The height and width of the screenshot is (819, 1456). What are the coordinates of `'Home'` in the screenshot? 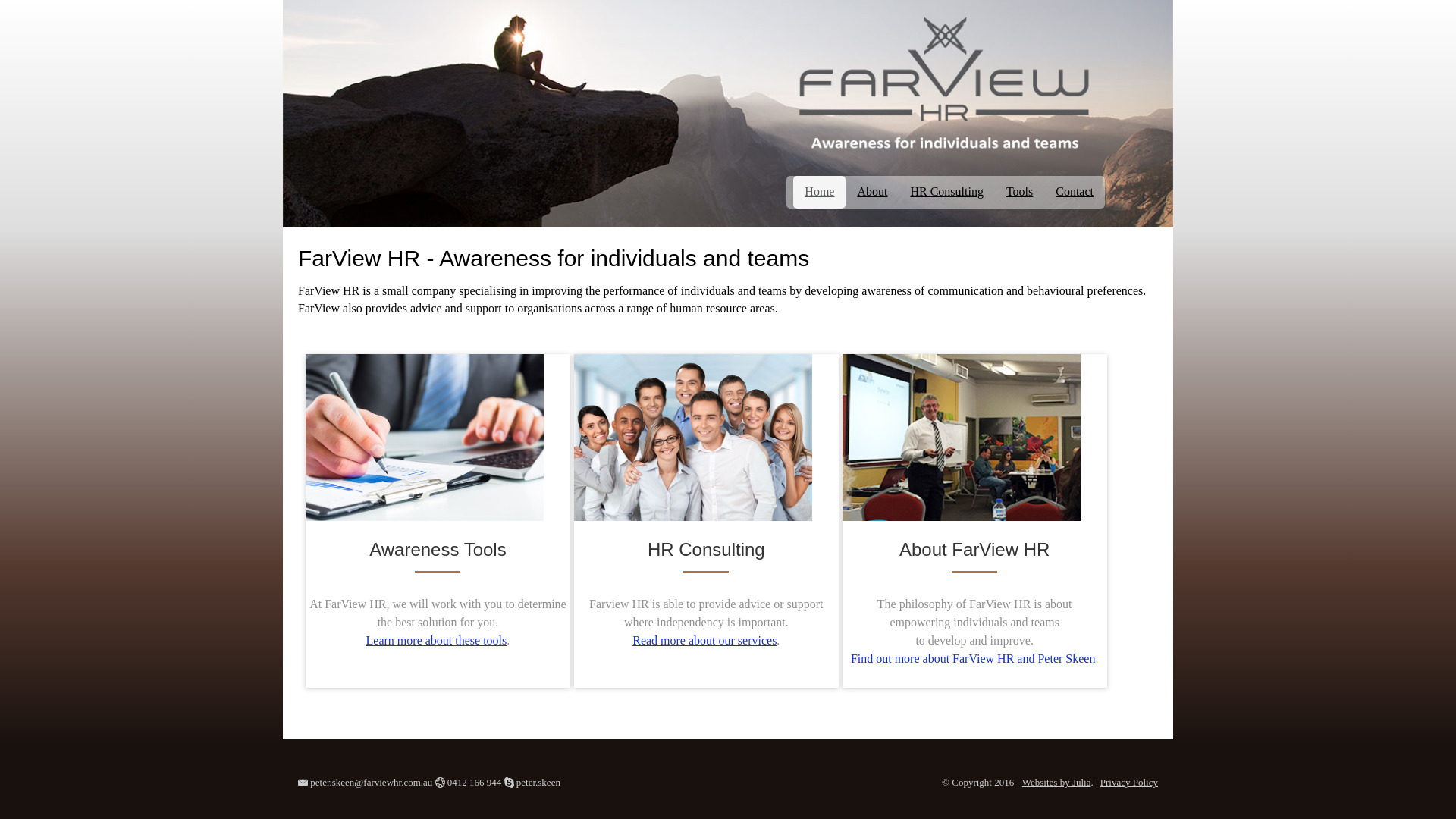 It's located at (792, 191).